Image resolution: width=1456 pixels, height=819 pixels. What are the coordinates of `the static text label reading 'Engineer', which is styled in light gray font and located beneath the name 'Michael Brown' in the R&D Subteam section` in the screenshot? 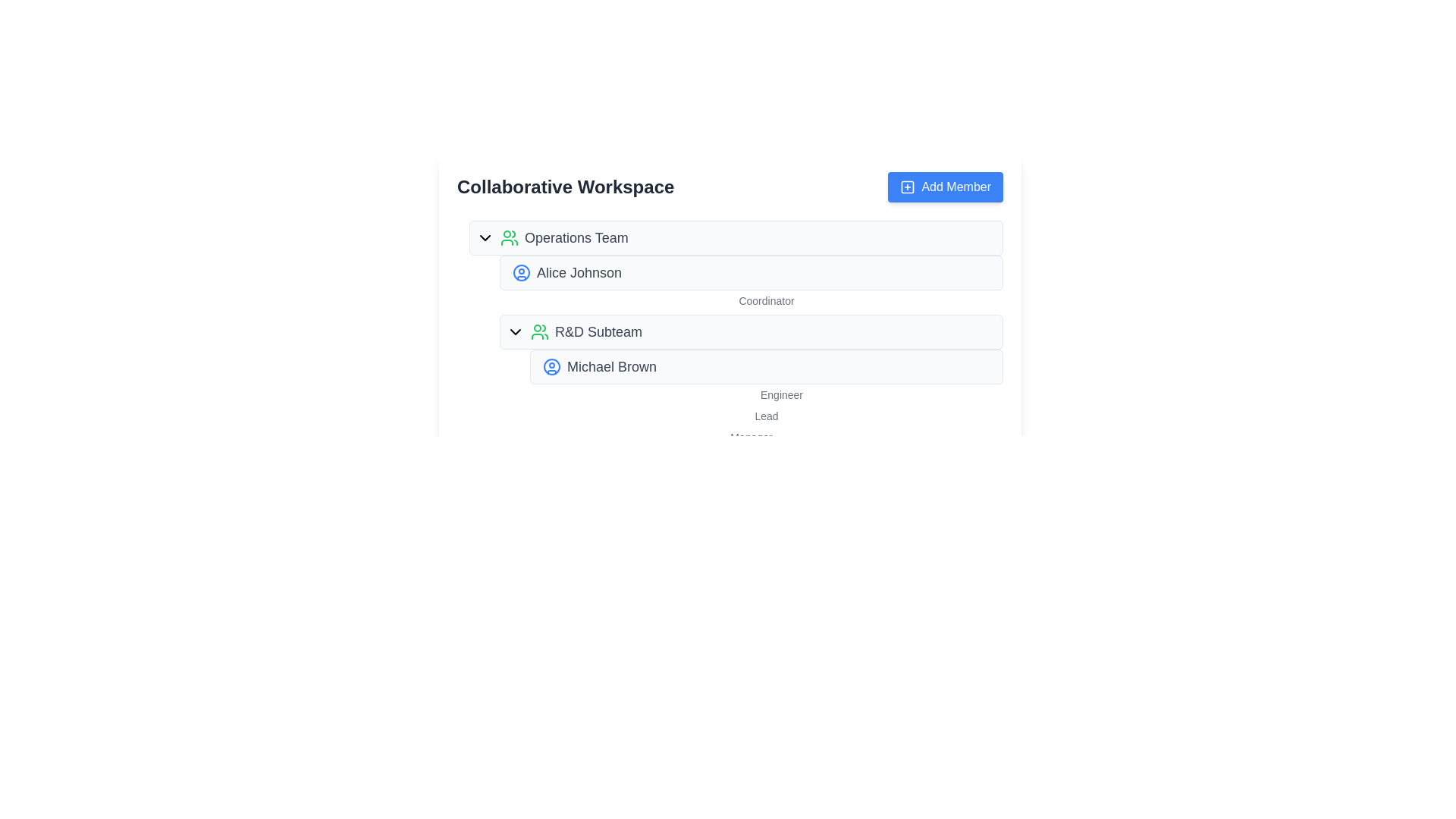 It's located at (782, 394).